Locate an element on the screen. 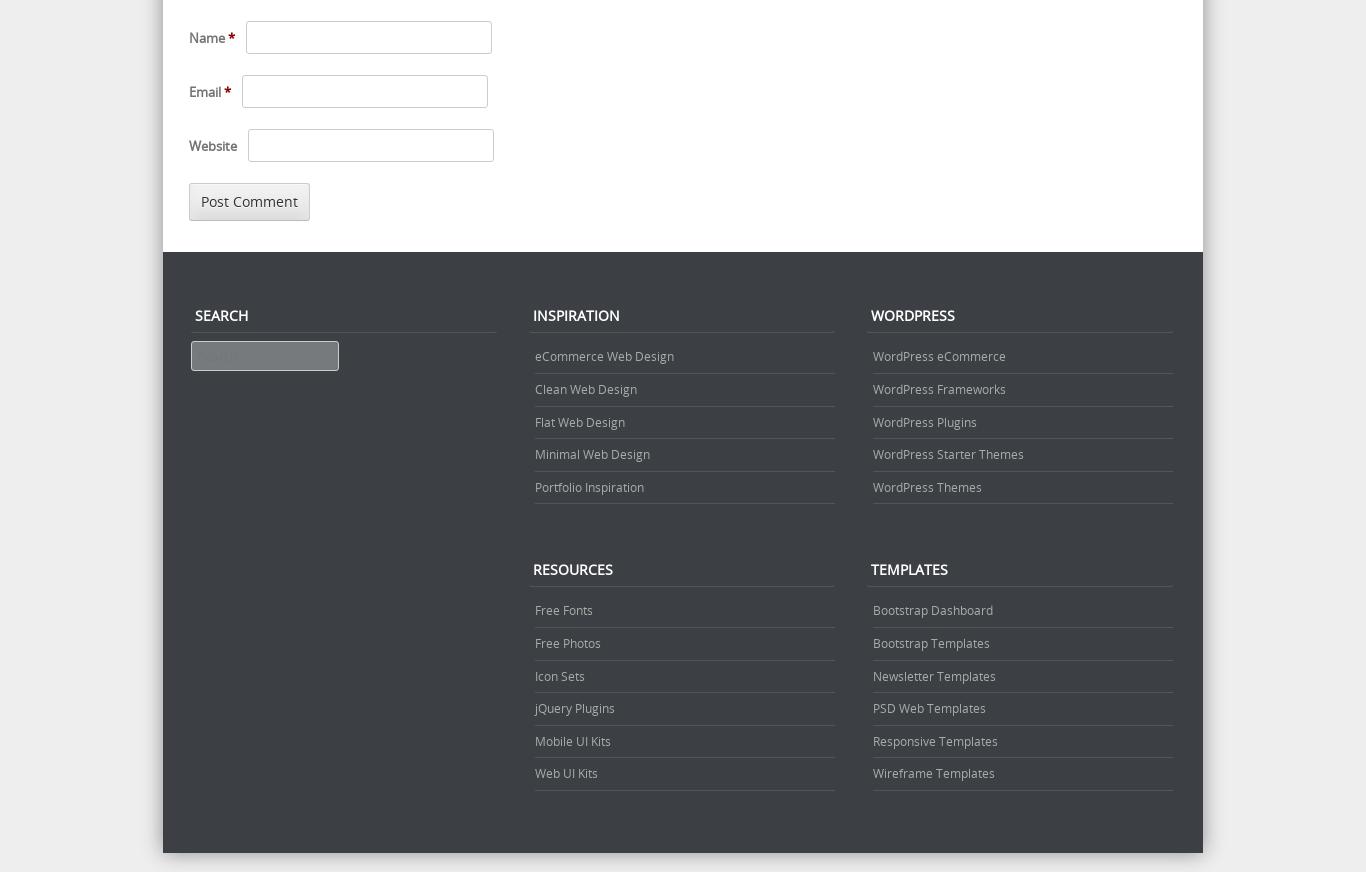  'WordPress Frameworks' is located at coordinates (939, 388).